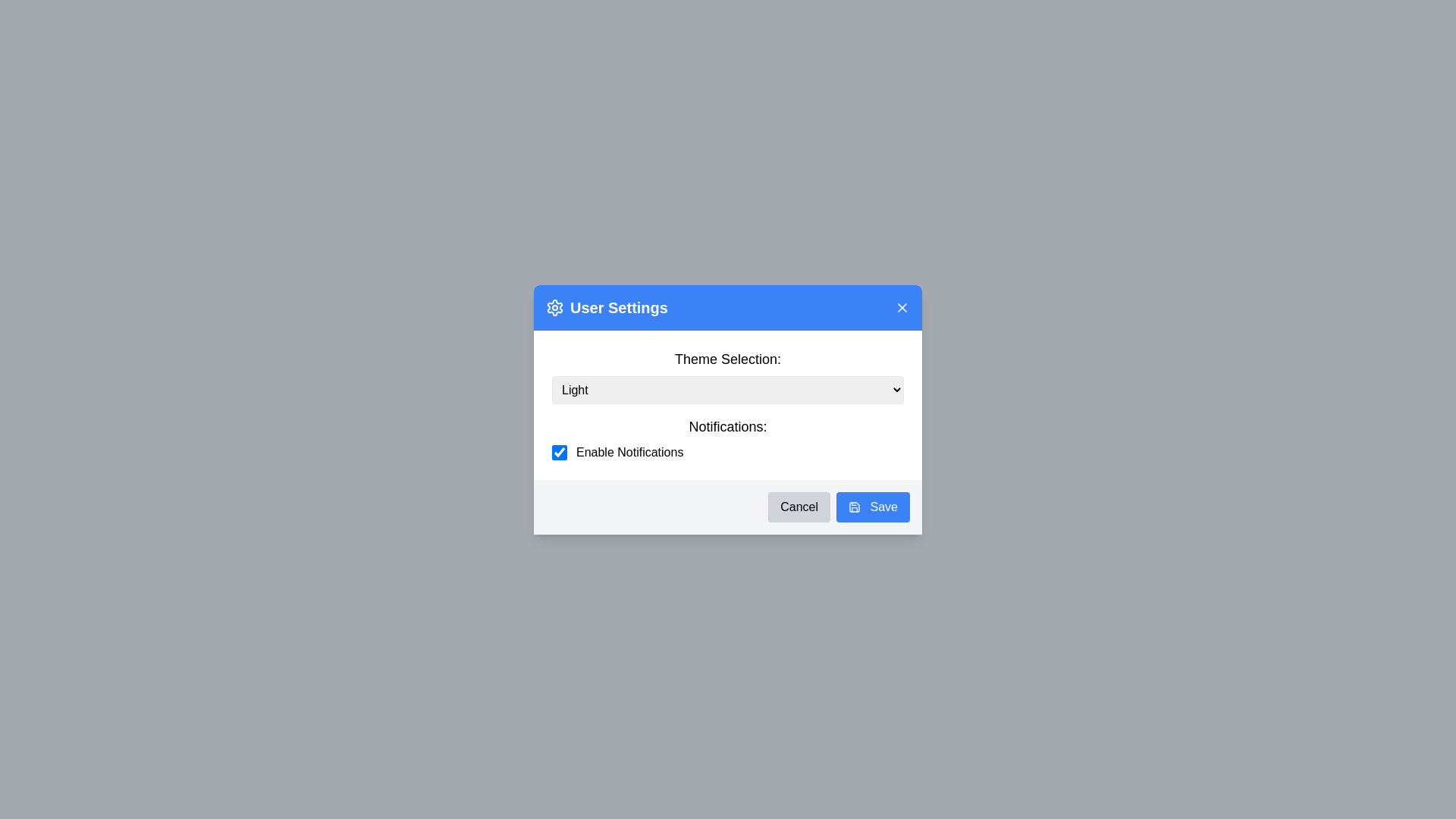 The image size is (1456, 819). What do you see at coordinates (607, 307) in the screenshot?
I see `the 'User Settings' heading text with the gear icon located in the blue header bar of the modal` at bounding box center [607, 307].